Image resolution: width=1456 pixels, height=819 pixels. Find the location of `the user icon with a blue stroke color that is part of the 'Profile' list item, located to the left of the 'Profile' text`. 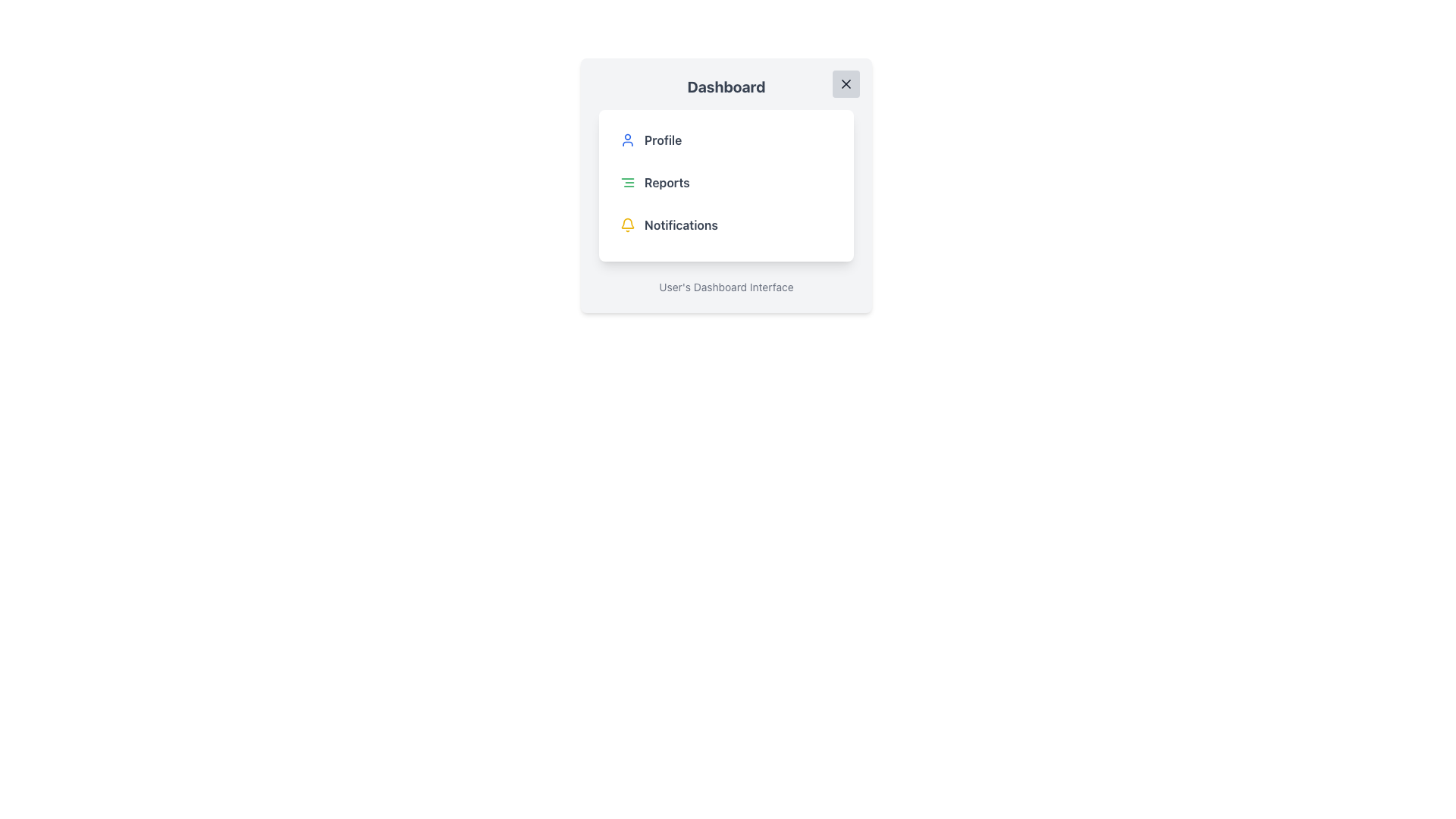

the user icon with a blue stroke color that is part of the 'Profile' list item, located to the left of the 'Profile' text is located at coordinates (628, 140).